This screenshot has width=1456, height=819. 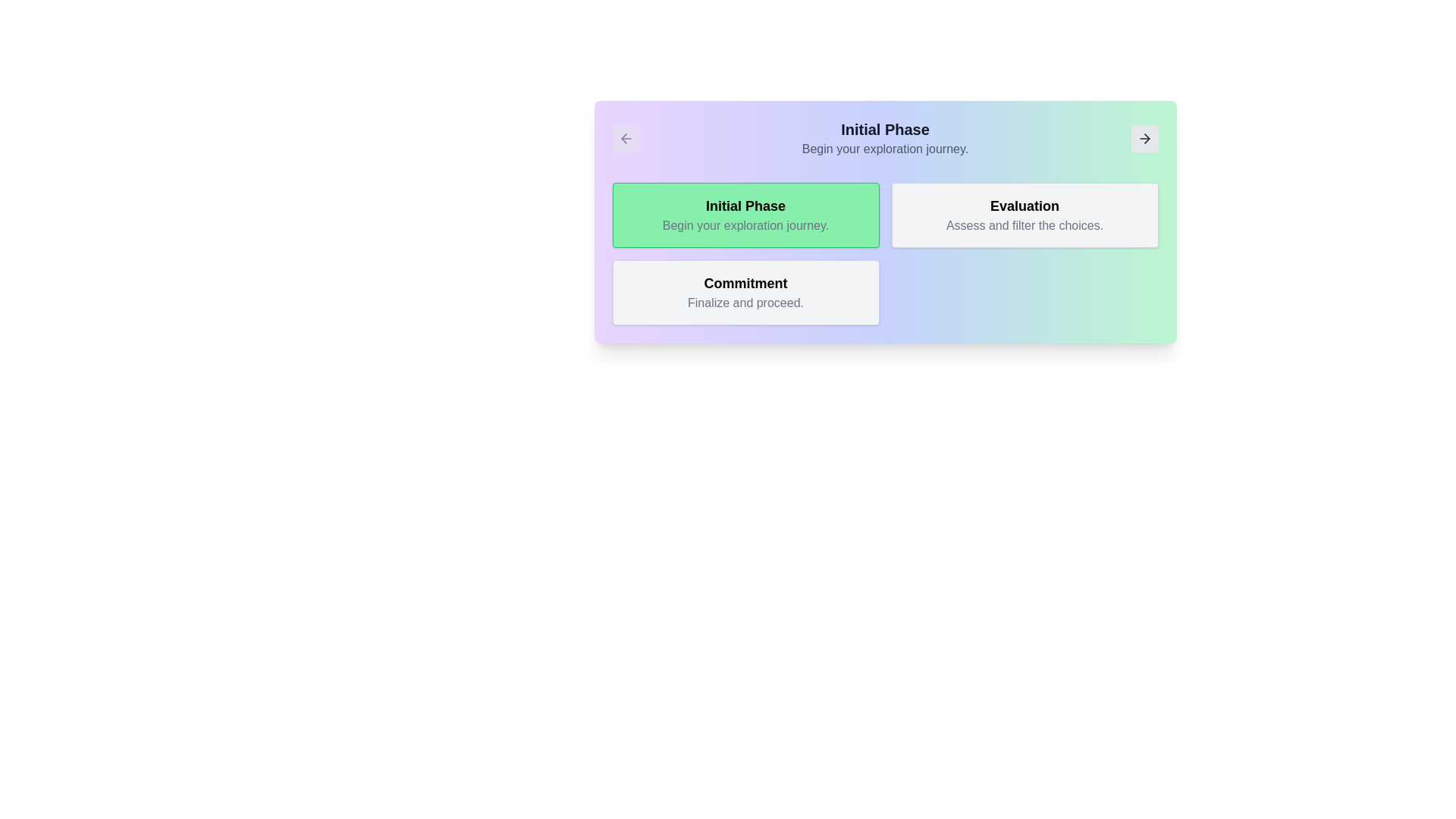 What do you see at coordinates (626, 138) in the screenshot?
I see `the button with a left-pointing arrow icon located in the top-left corner of the card` at bounding box center [626, 138].